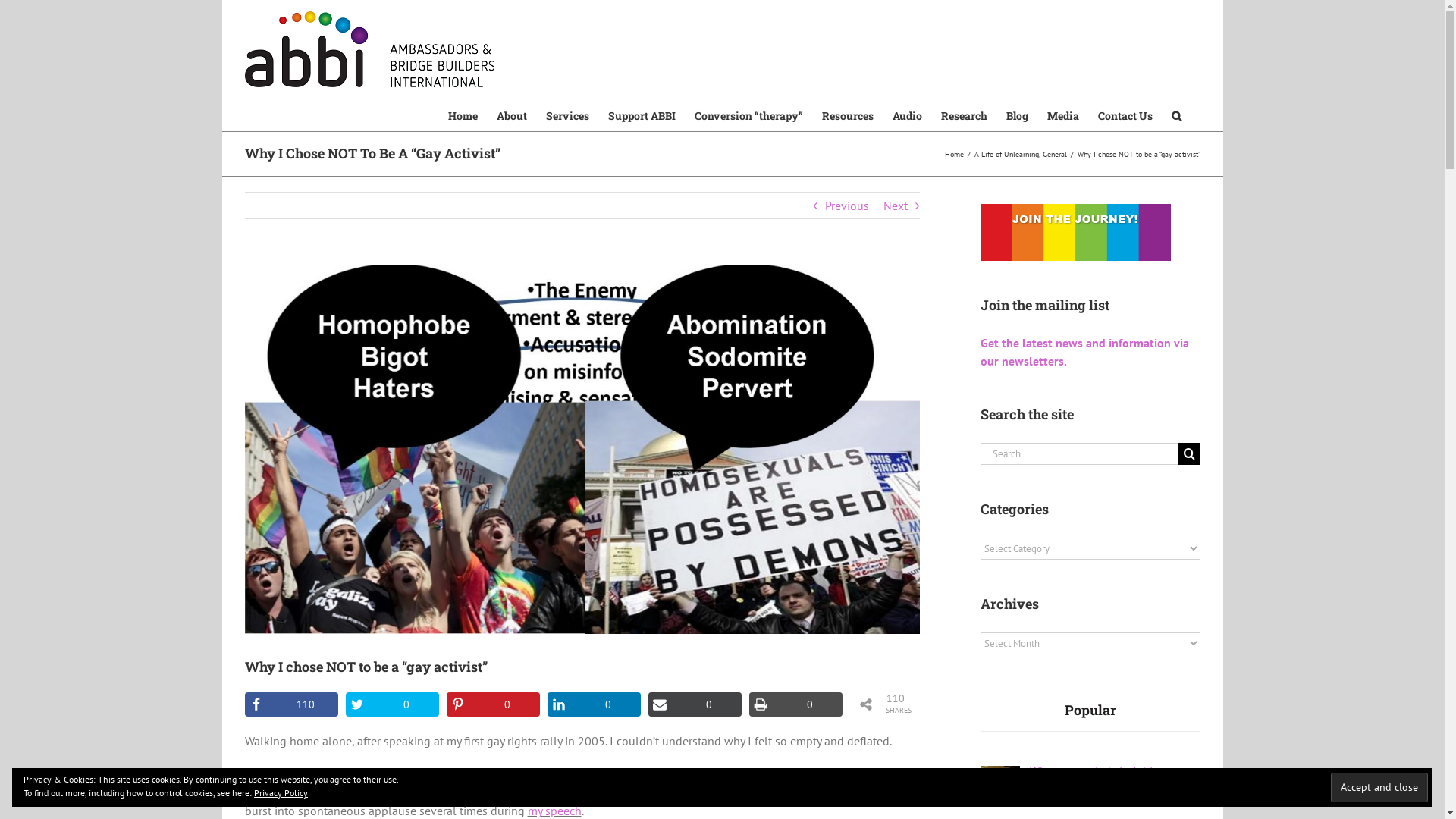  What do you see at coordinates (642, 114) in the screenshot?
I see `'Support ABBI'` at bounding box center [642, 114].